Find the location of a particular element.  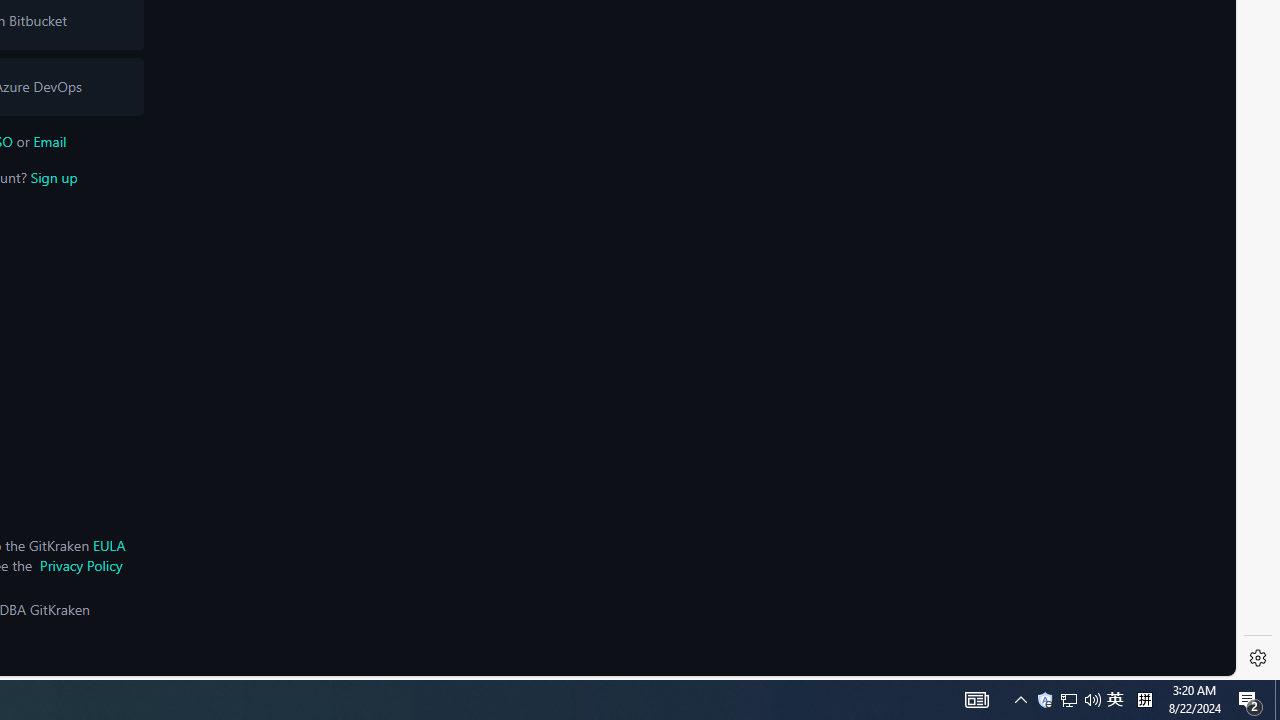

'EULA' is located at coordinates (107, 545).